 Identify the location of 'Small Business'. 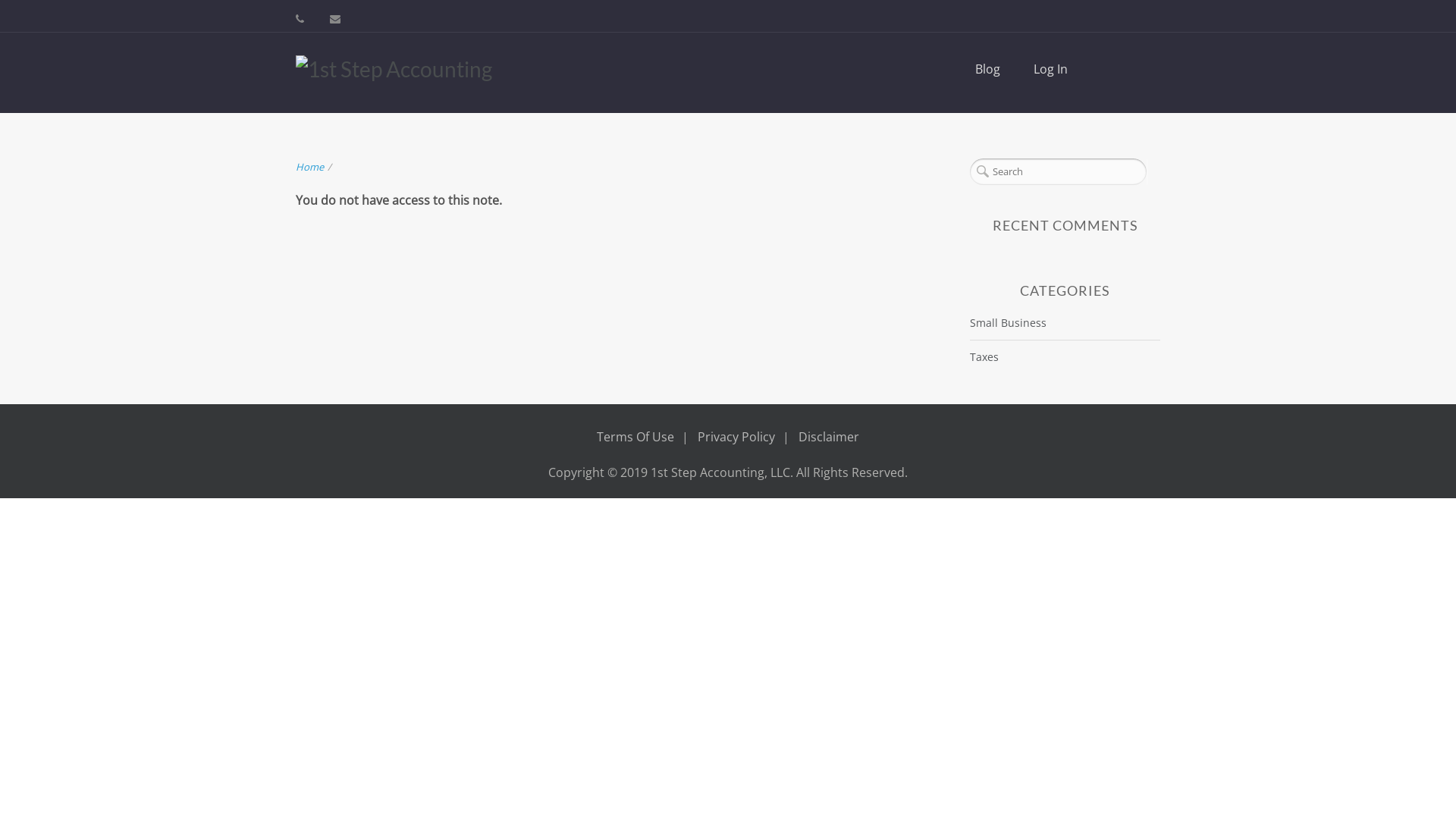
(1008, 322).